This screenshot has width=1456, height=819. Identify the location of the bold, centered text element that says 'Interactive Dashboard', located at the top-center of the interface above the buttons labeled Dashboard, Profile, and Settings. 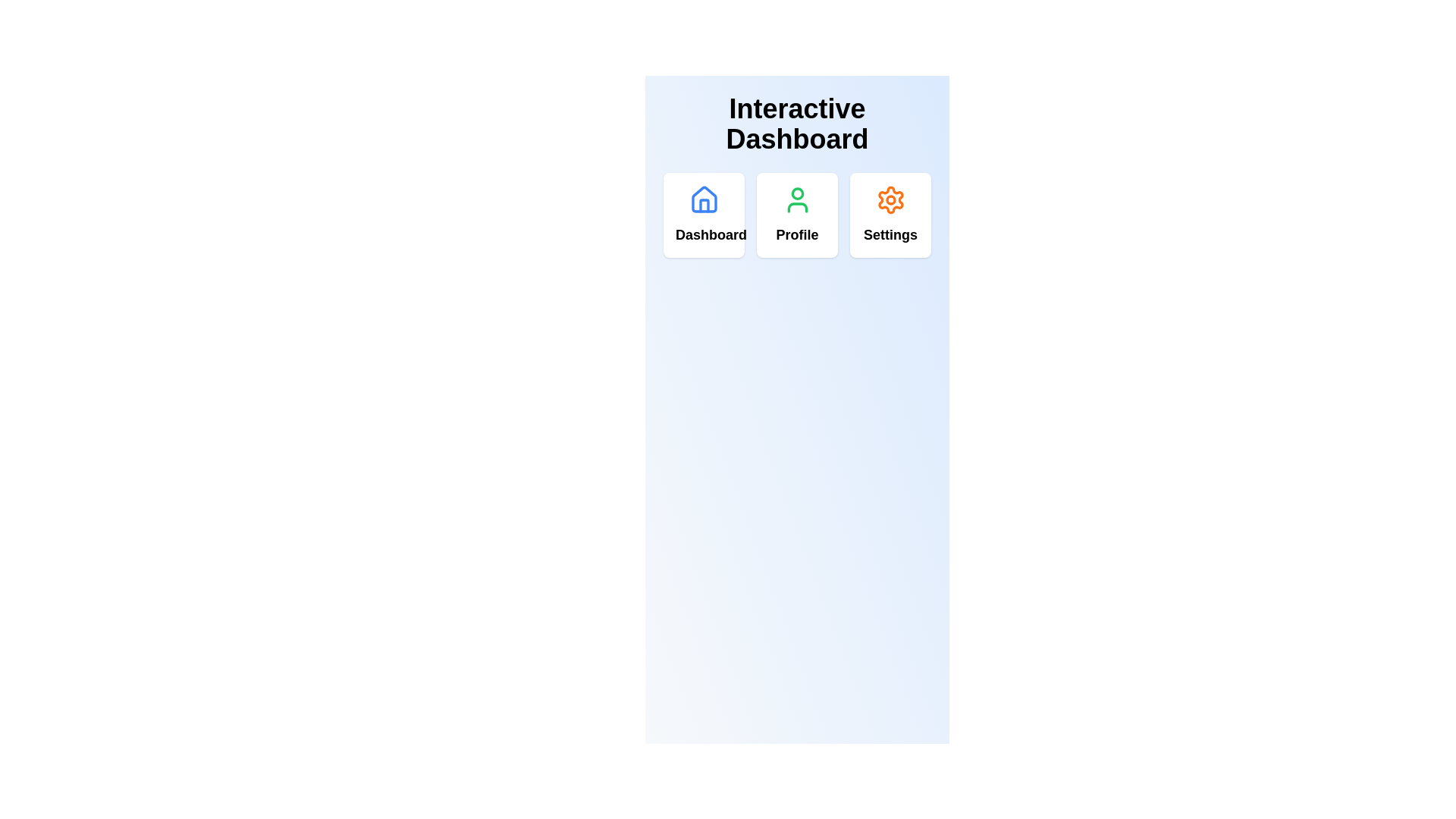
(796, 133).